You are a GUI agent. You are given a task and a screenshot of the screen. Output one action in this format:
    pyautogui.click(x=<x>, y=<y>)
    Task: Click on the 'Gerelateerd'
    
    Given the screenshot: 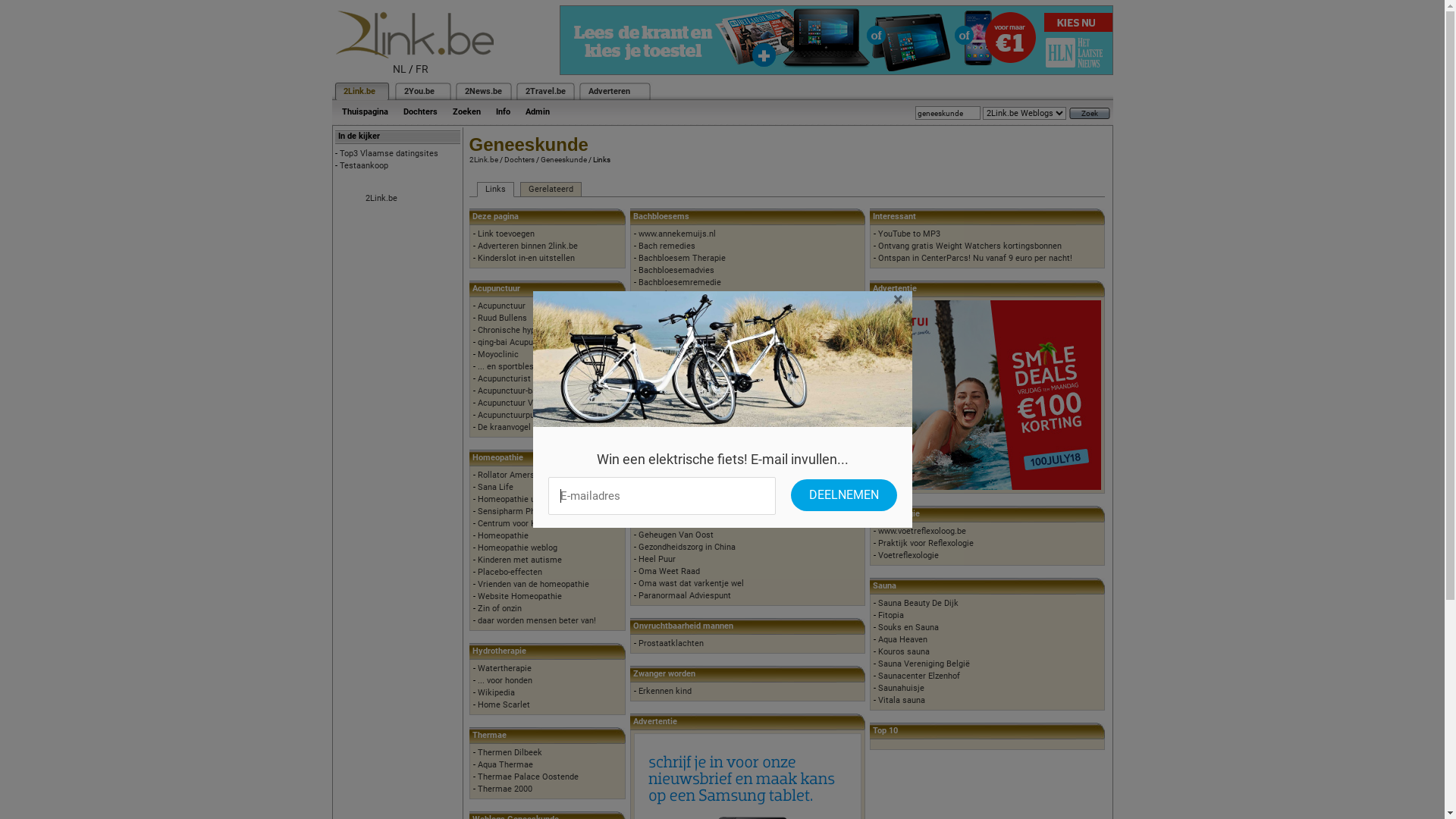 What is the action you would take?
    pyautogui.click(x=550, y=189)
    